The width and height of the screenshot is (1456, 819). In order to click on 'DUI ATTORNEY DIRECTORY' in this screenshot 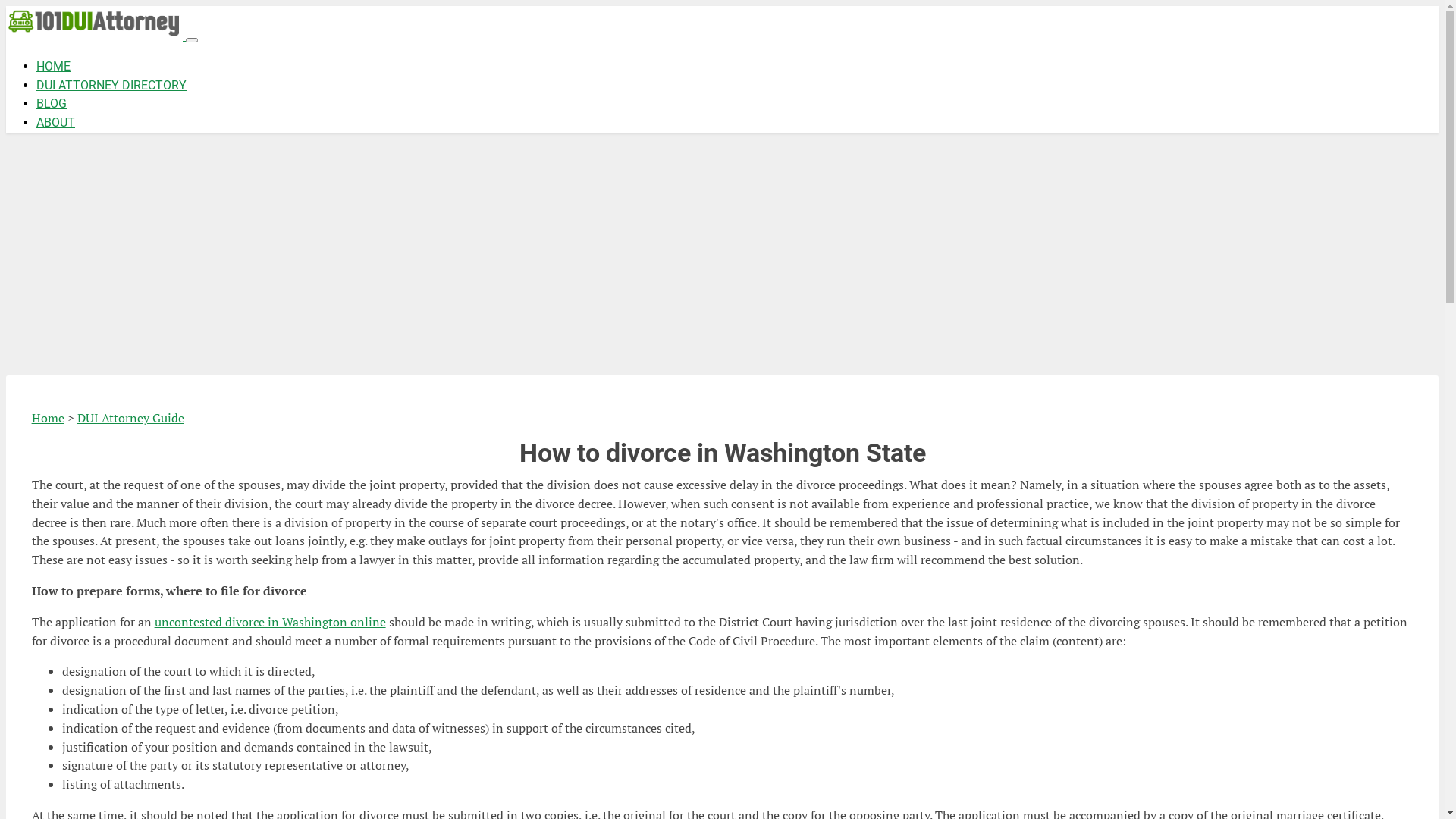, I will do `click(111, 85)`.